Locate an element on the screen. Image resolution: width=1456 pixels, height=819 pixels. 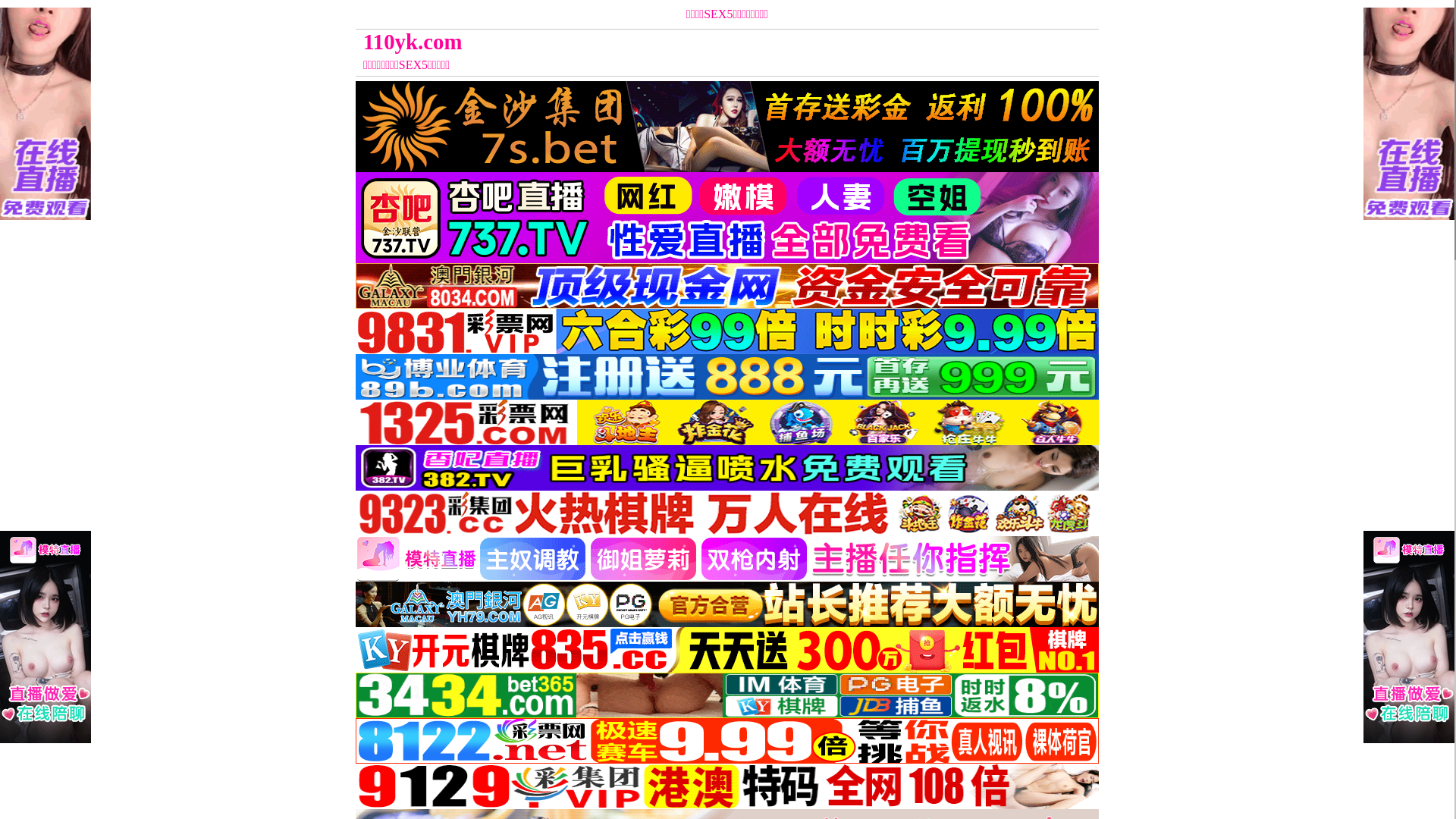
'110yk.com' is located at coordinates (634, 41).